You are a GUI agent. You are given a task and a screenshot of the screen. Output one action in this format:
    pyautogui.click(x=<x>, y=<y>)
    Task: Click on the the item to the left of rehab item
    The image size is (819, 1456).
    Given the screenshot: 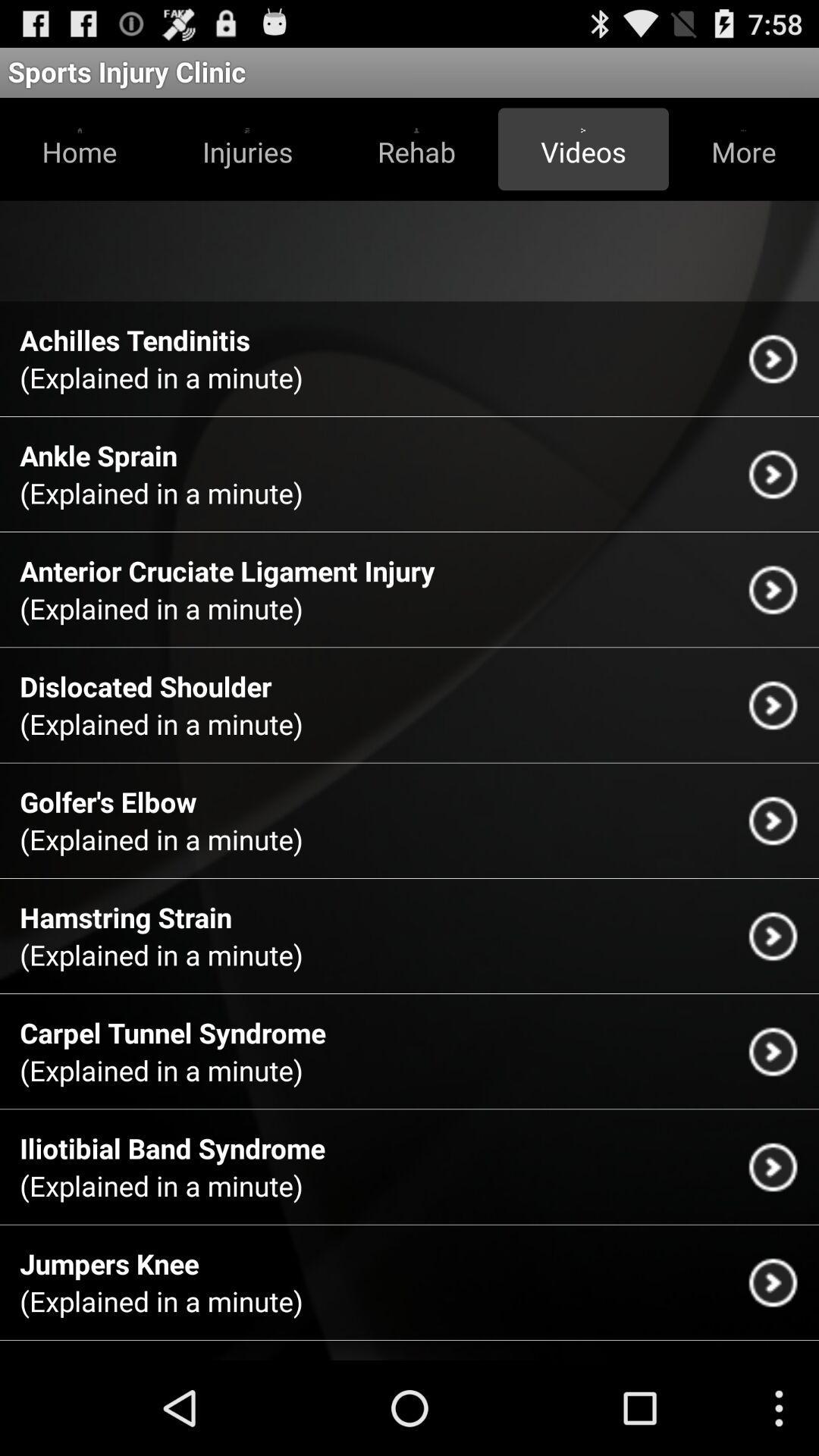 What is the action you would take?
    pyautogui.click(x=246, y=149)
    